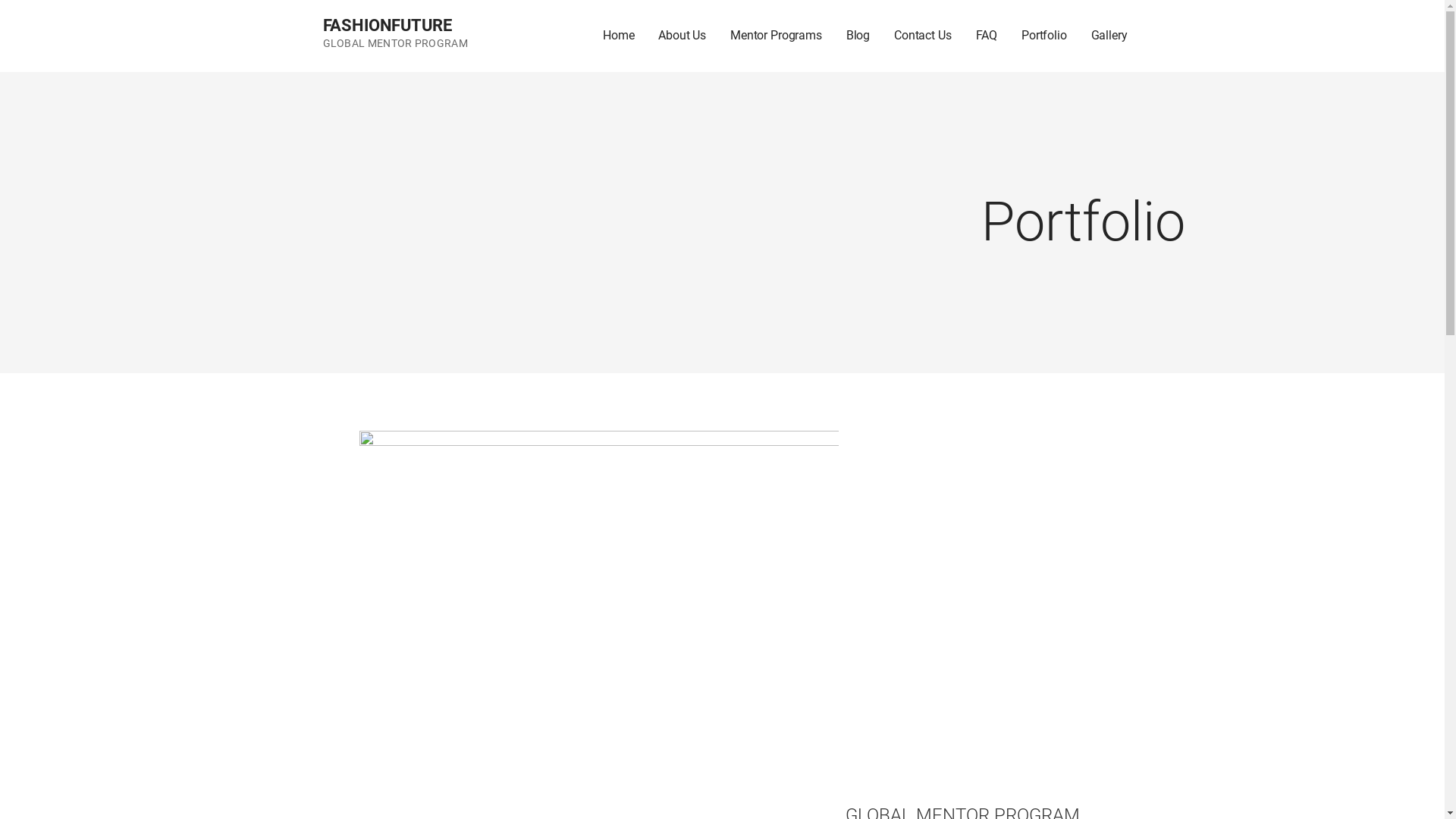 The image size is (1456, 819). Describe the element at coordinates (833, 35) in the screenshot. I see `'Blog'` at that location.